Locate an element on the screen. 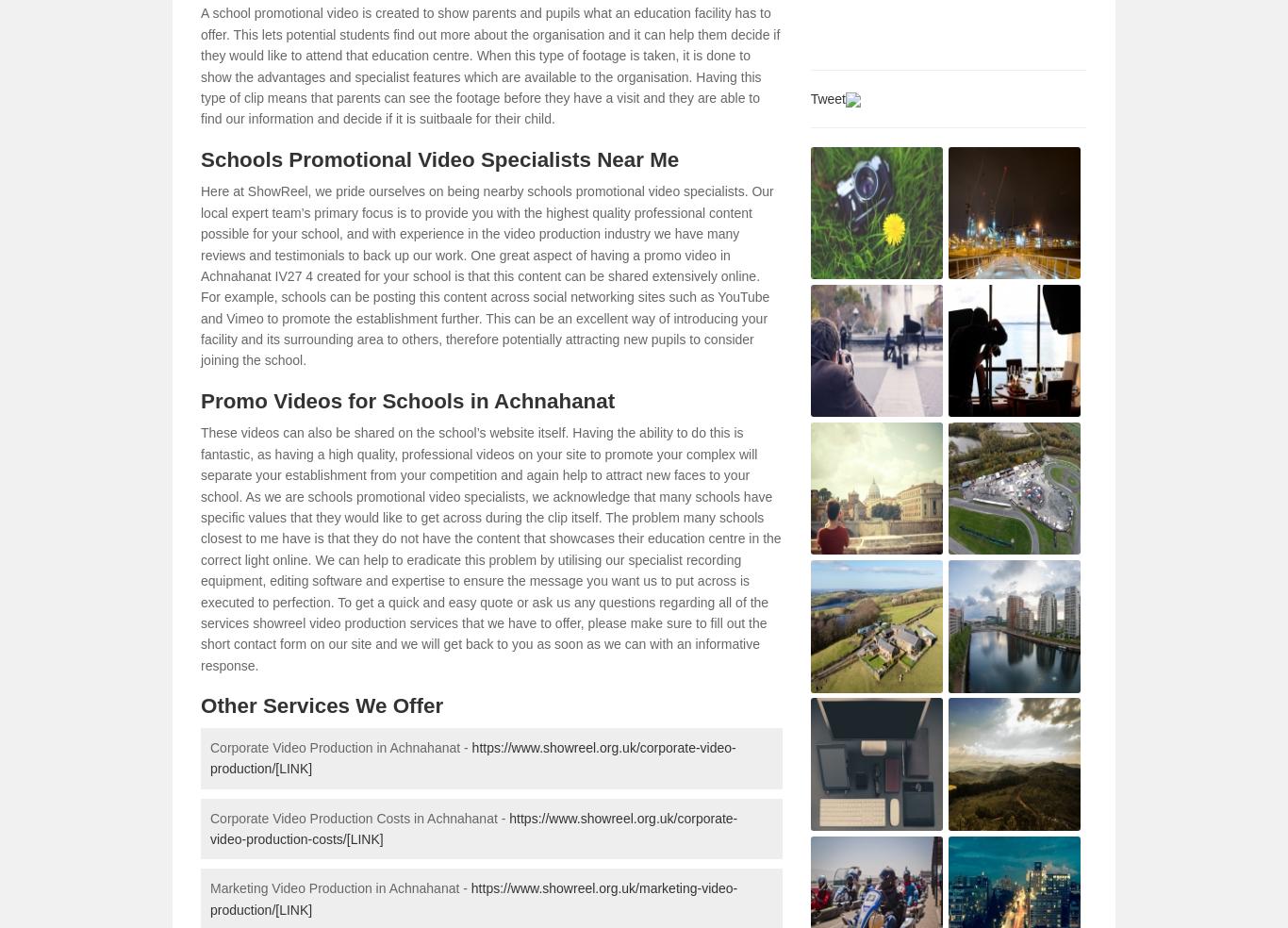 The image size is (1288, 928). 'The promotional videos we create for schools can include aerial shots of sports pitches, interviews with students and teachers and a range of different shots with special effects.' is located at coordinates (209, 39).